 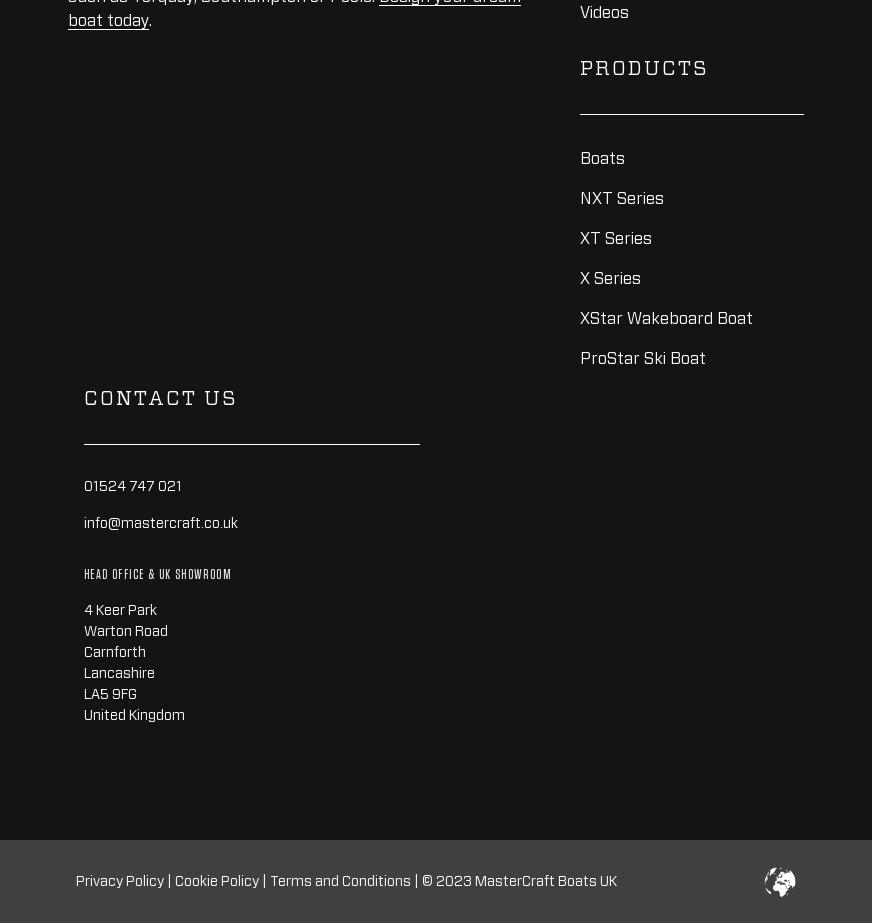 I want to click on 'LA5 9FG', so click(x=82, y=693).